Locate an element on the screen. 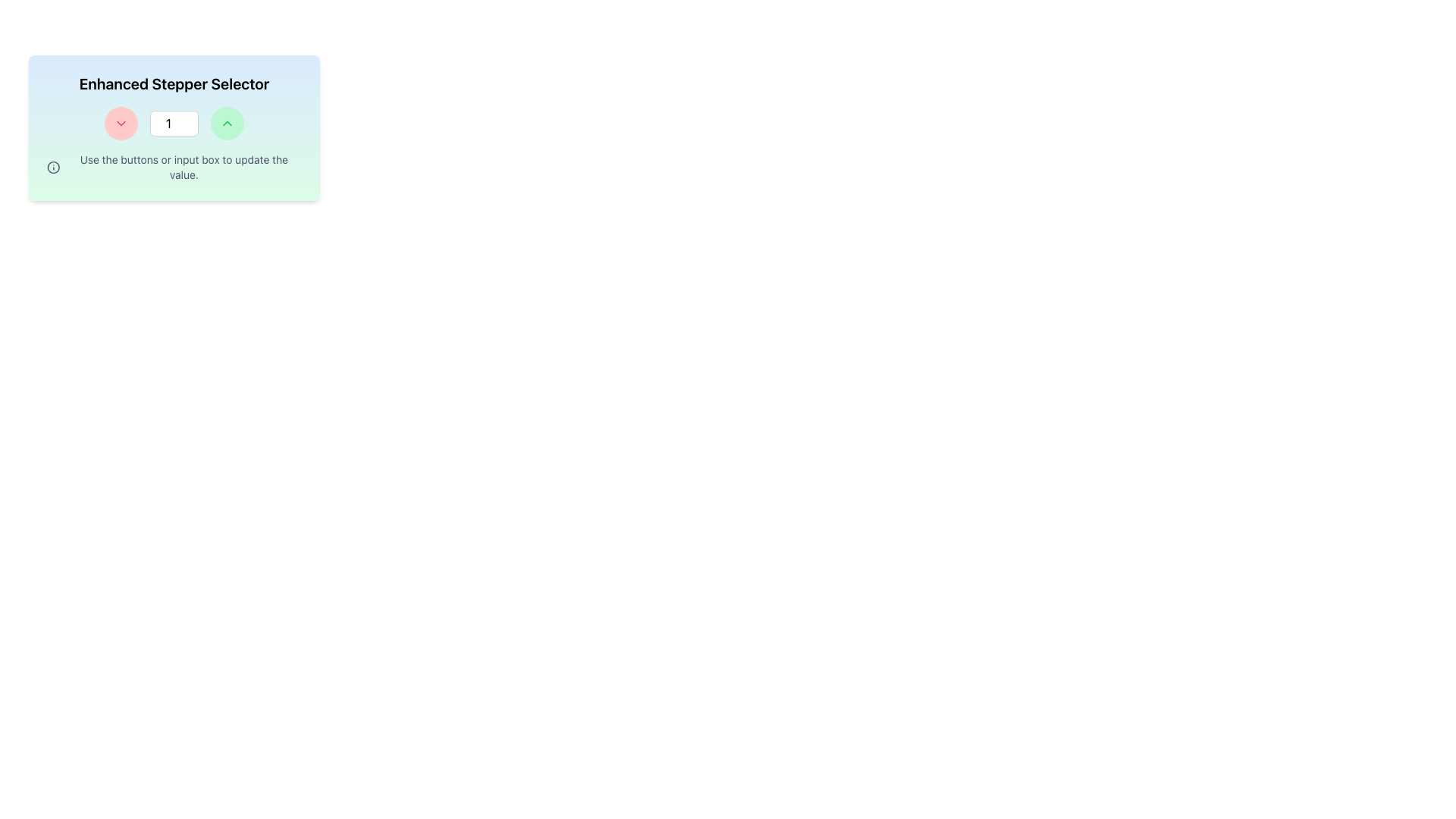 The image size is (1456, 819). the numeric text input field to focus on it, allowing the user to input a number. This field is located horizontally centered within a stepper UI, between a red circular button and a green circular button is located at coordinates (174, 122).